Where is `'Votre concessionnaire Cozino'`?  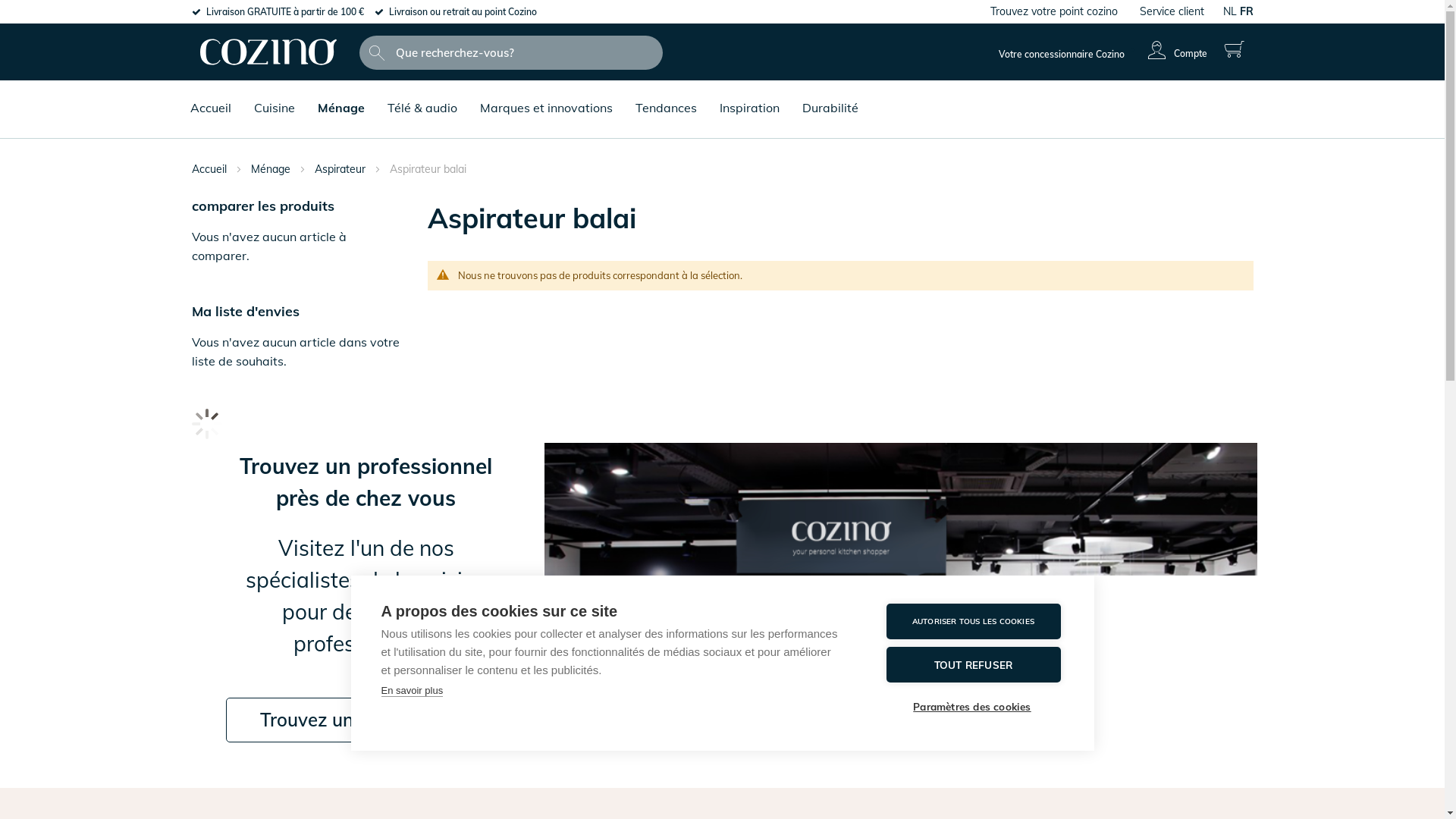
'Votre concessionnaire Cozino' is located at coordinates (1061, 53).